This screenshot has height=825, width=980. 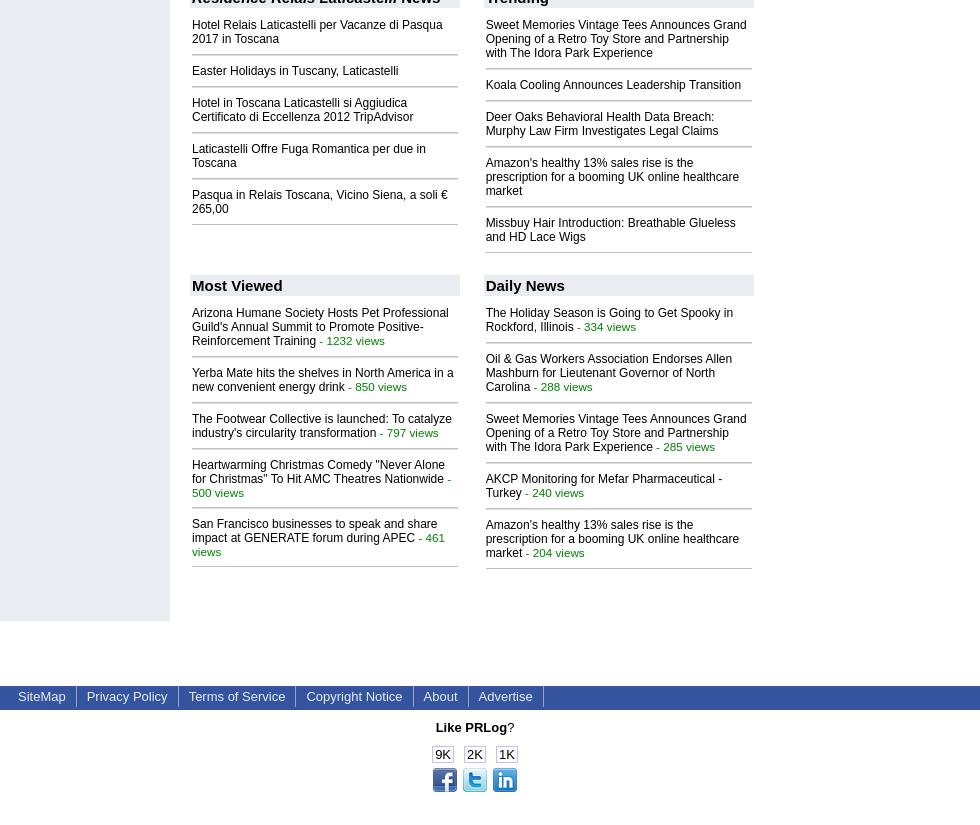 I want to click on 'The Holiday Season is Going to Get Spooky in Rockford, Illinois', so click(x=608, y=319).